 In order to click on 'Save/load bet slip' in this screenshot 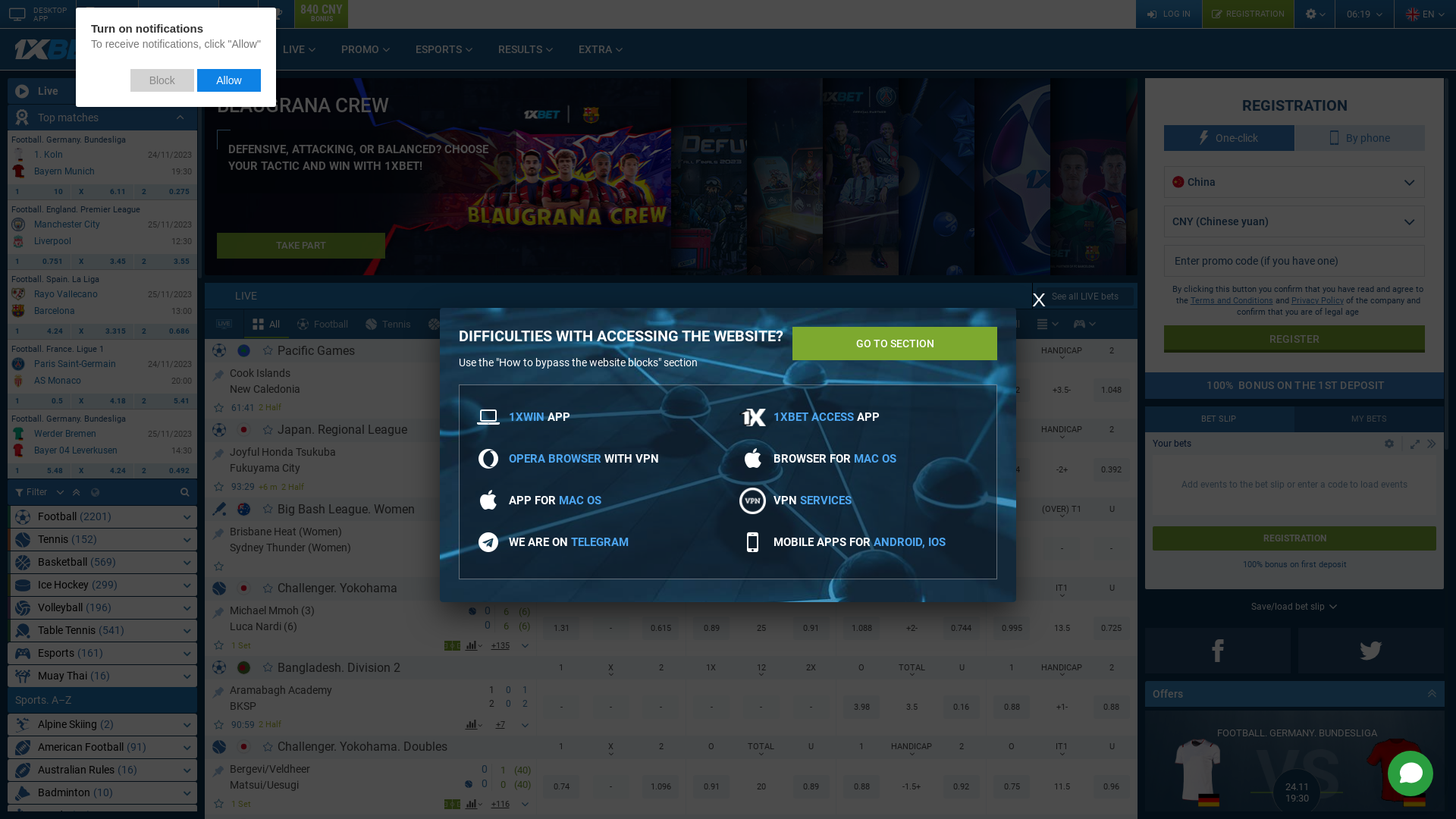, I will do `click(1294, 605)`.